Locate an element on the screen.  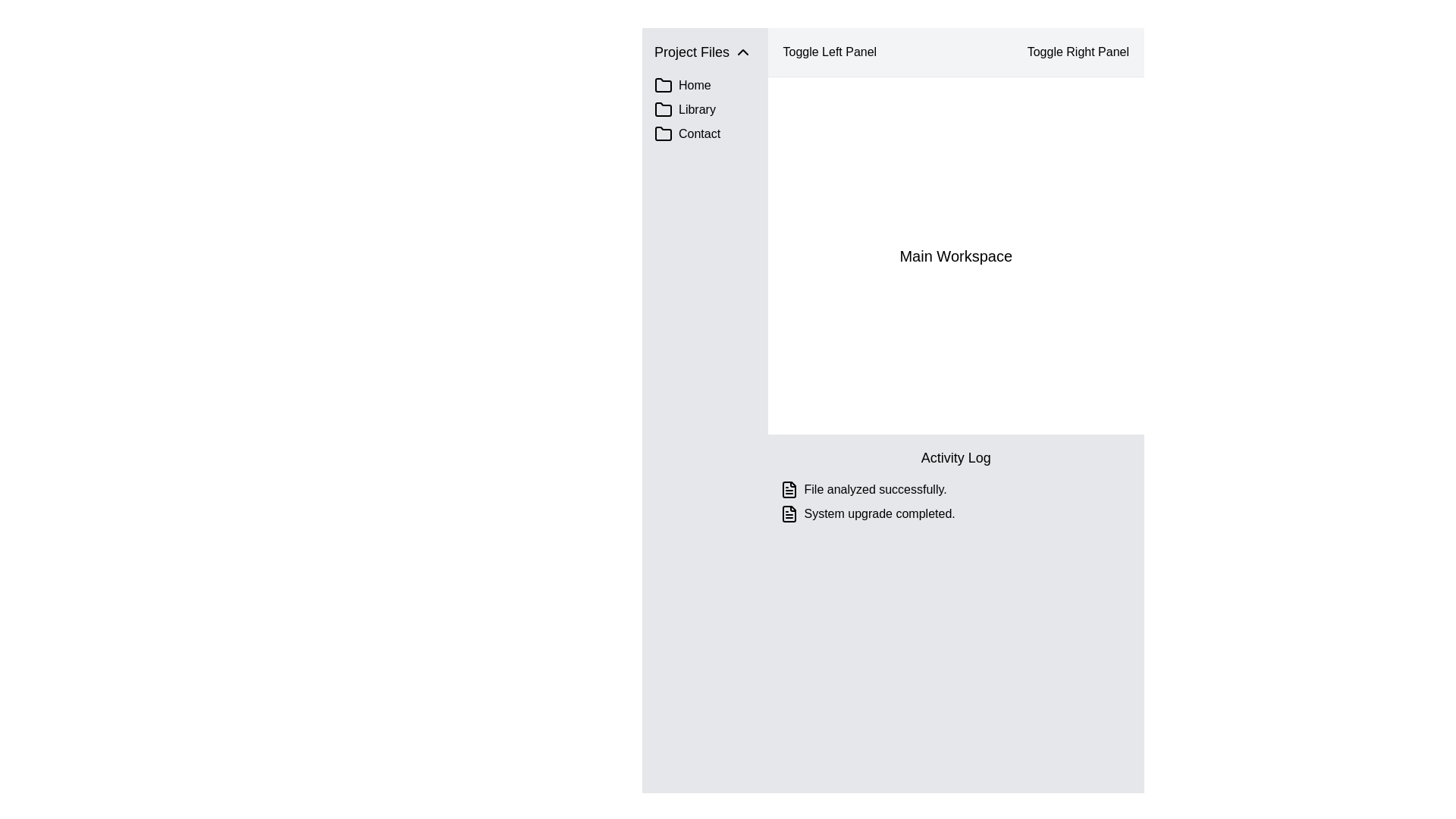
the Chevron icon (toggle button) located to the right of the text 'Project Files' to potentially see a tooltip is located at coordinates (742, 52).